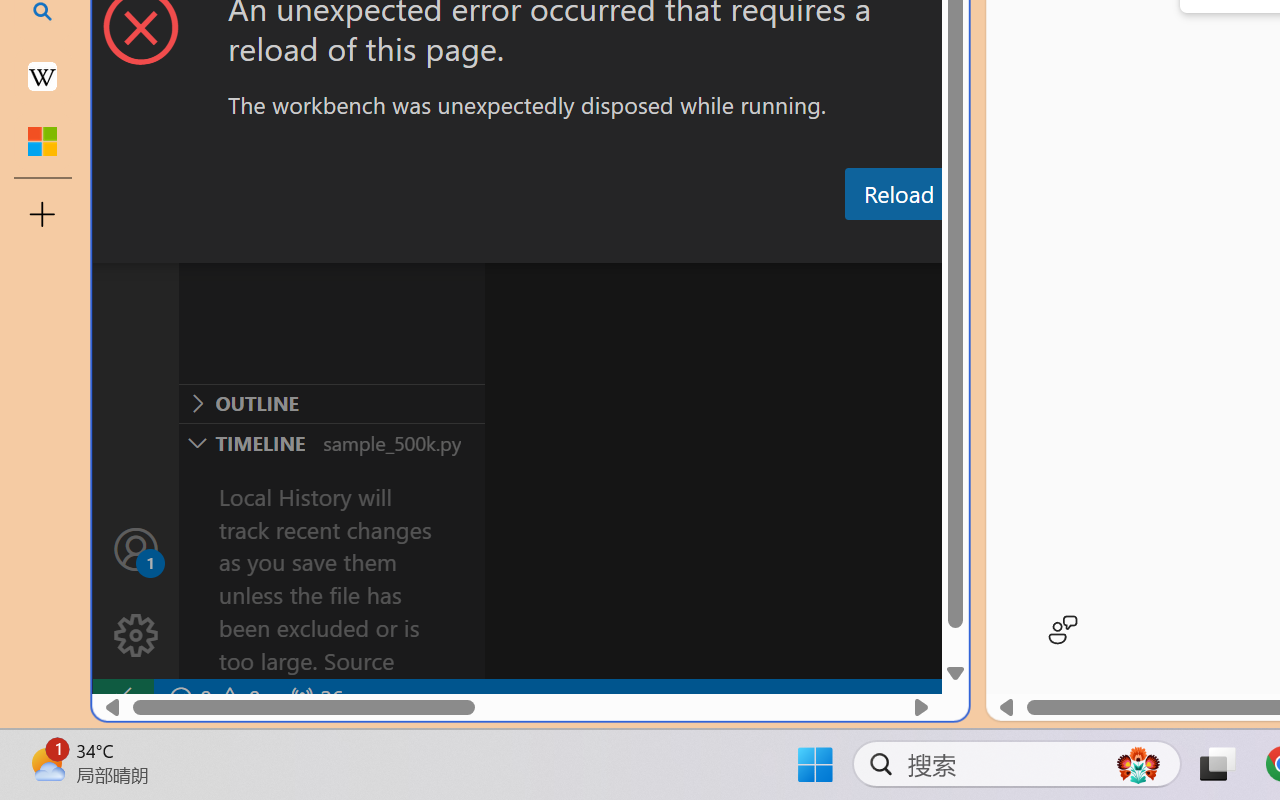 The image size is (1280, 800). What do you see at coordinates (213, 698) in the screenshot?
I see `'No Problems'` at bounding box center [213, 698].